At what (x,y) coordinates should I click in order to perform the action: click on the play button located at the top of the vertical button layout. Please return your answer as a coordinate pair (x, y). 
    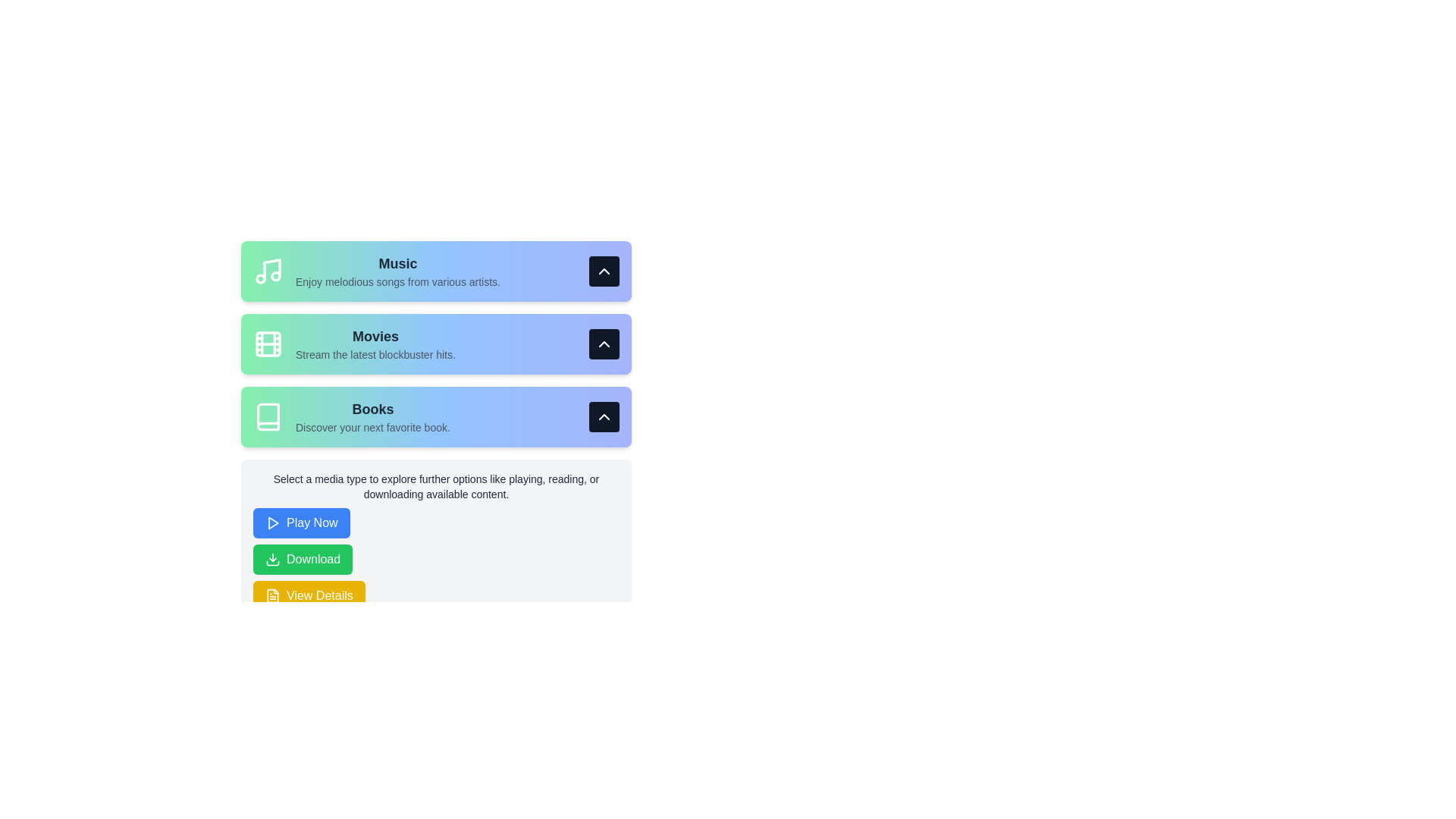
    Looking at the image, I should click on (301, 522).